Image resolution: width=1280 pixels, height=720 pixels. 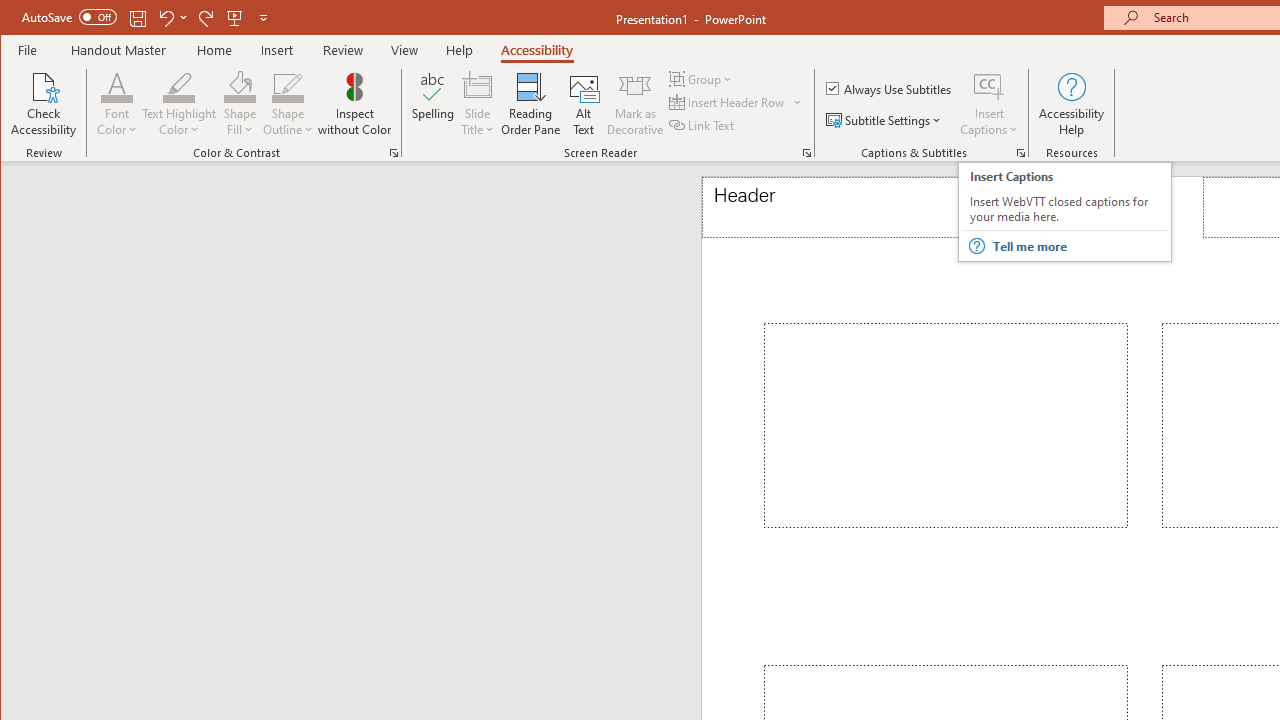 I want to click on 'Inspect without Color', so click(x=355, y=104).